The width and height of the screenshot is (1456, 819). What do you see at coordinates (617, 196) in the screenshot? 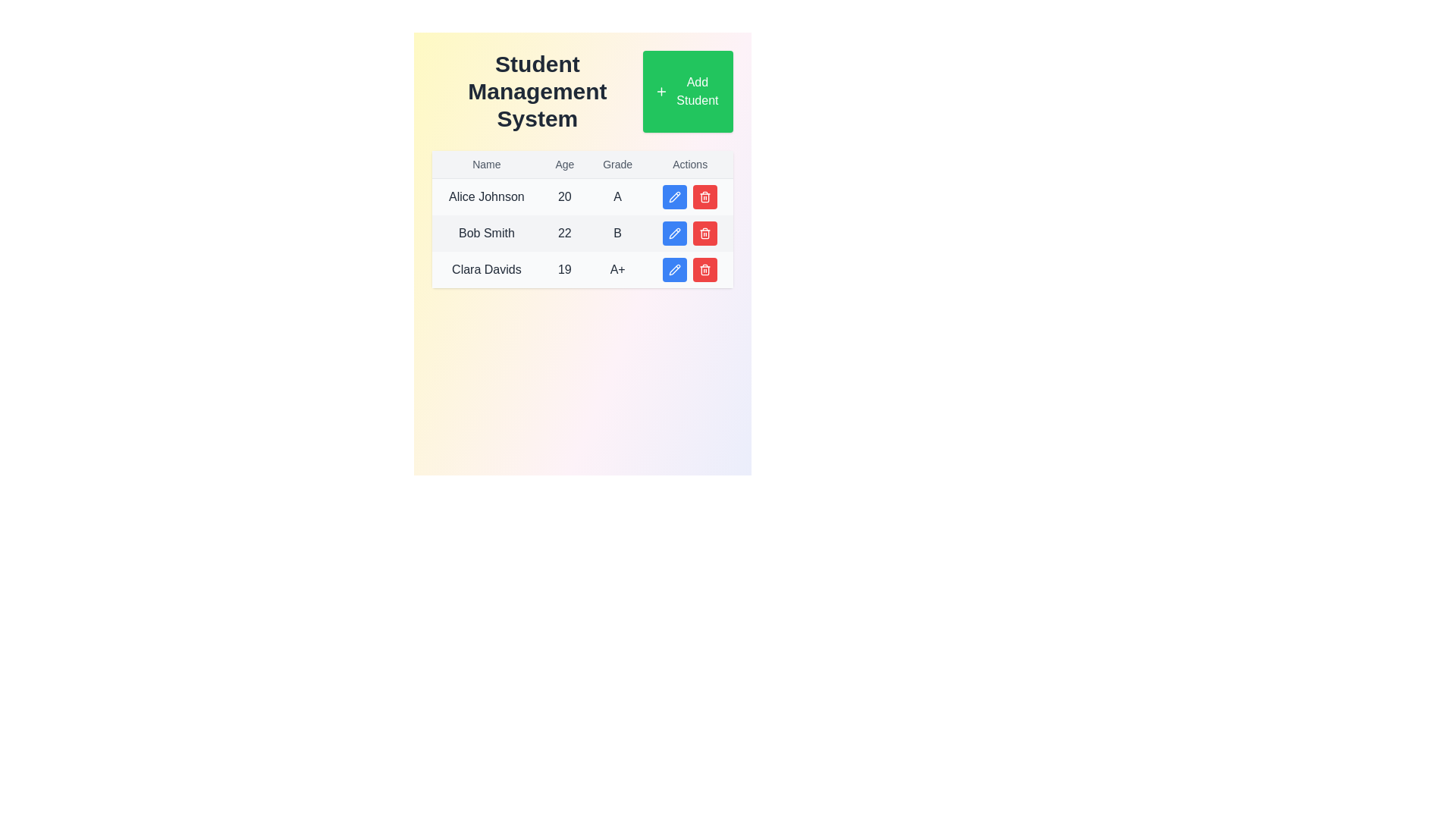
I see `the text element displaying 'A' in gray color, located in the 'Grade' column under the 'Alice Johnson' entry in the table` at bounding box center [617, 196].